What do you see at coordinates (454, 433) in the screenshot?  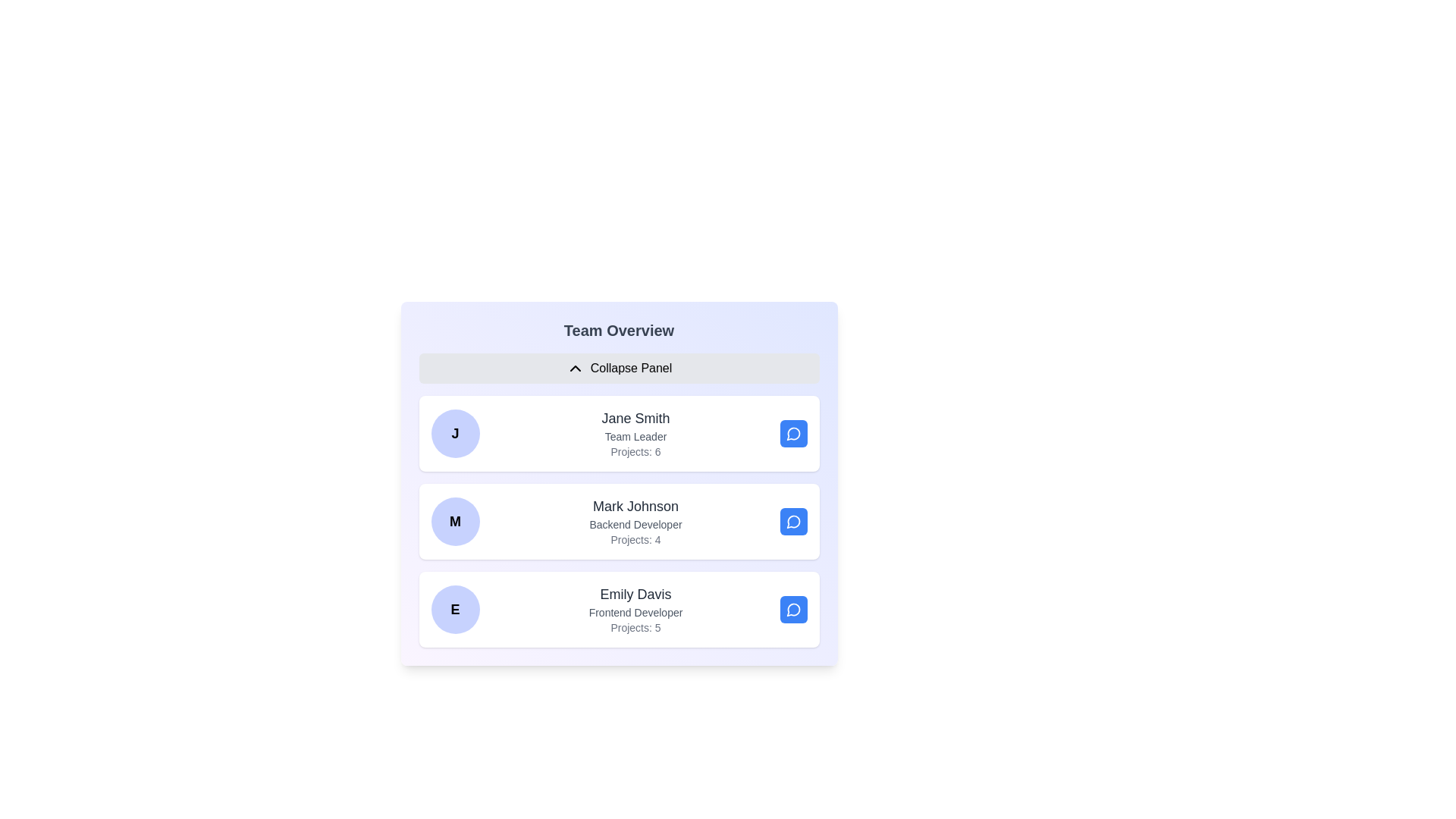 I see `the circular profile placeholder icon featuring the letter 'J' in bold, located to the left of the 'Jane Smith Team Leader Projects: 6' card` at bounding box center [454, 433].